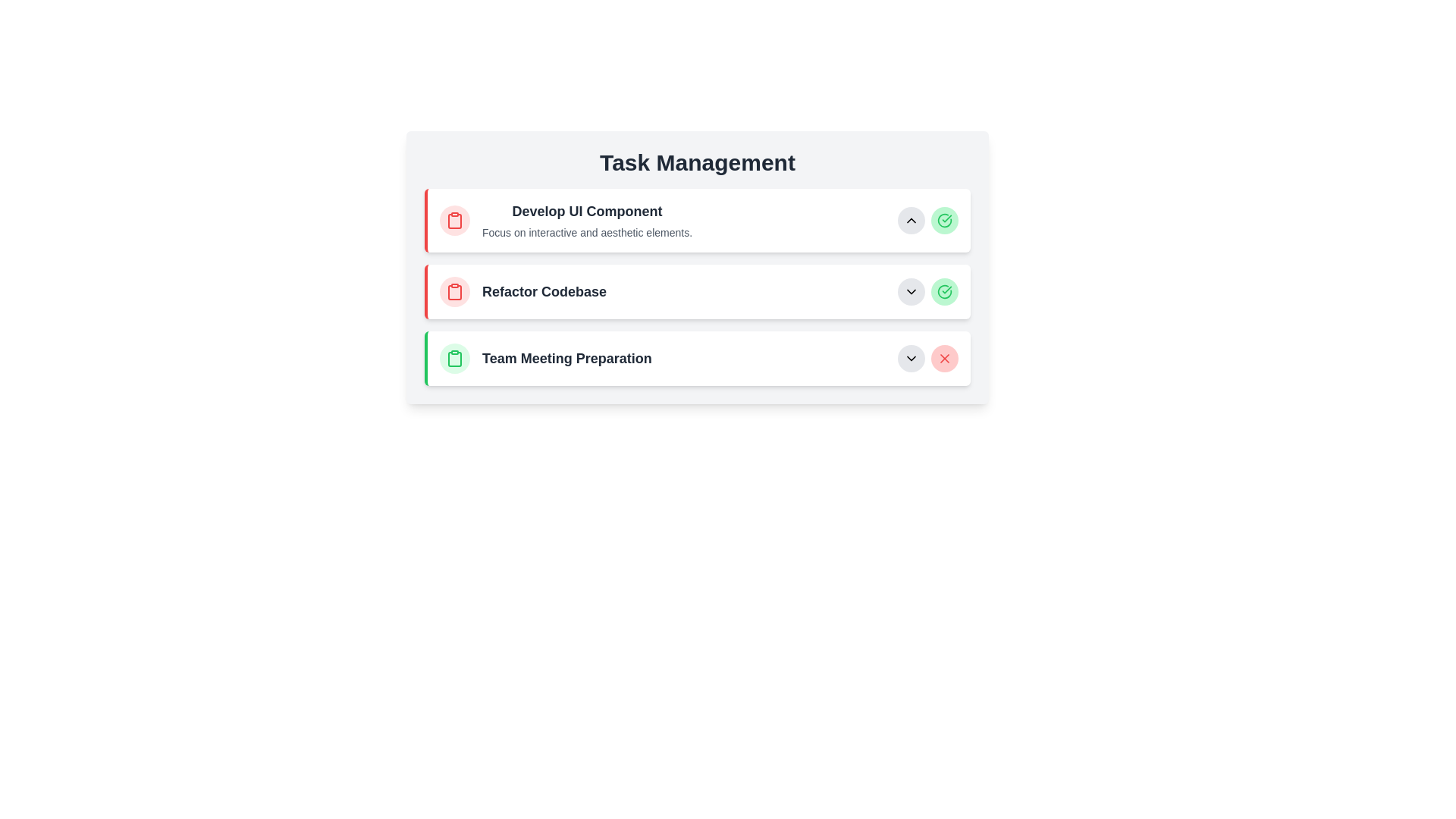 The height and width of the screenshot is (819, 1456). What do you see at coordinates (545, 359) in the screenshot?
I see `the 'Team Meeting Preparation' task list item, which includes an icon and a title label` at bounding box center [545, 359].